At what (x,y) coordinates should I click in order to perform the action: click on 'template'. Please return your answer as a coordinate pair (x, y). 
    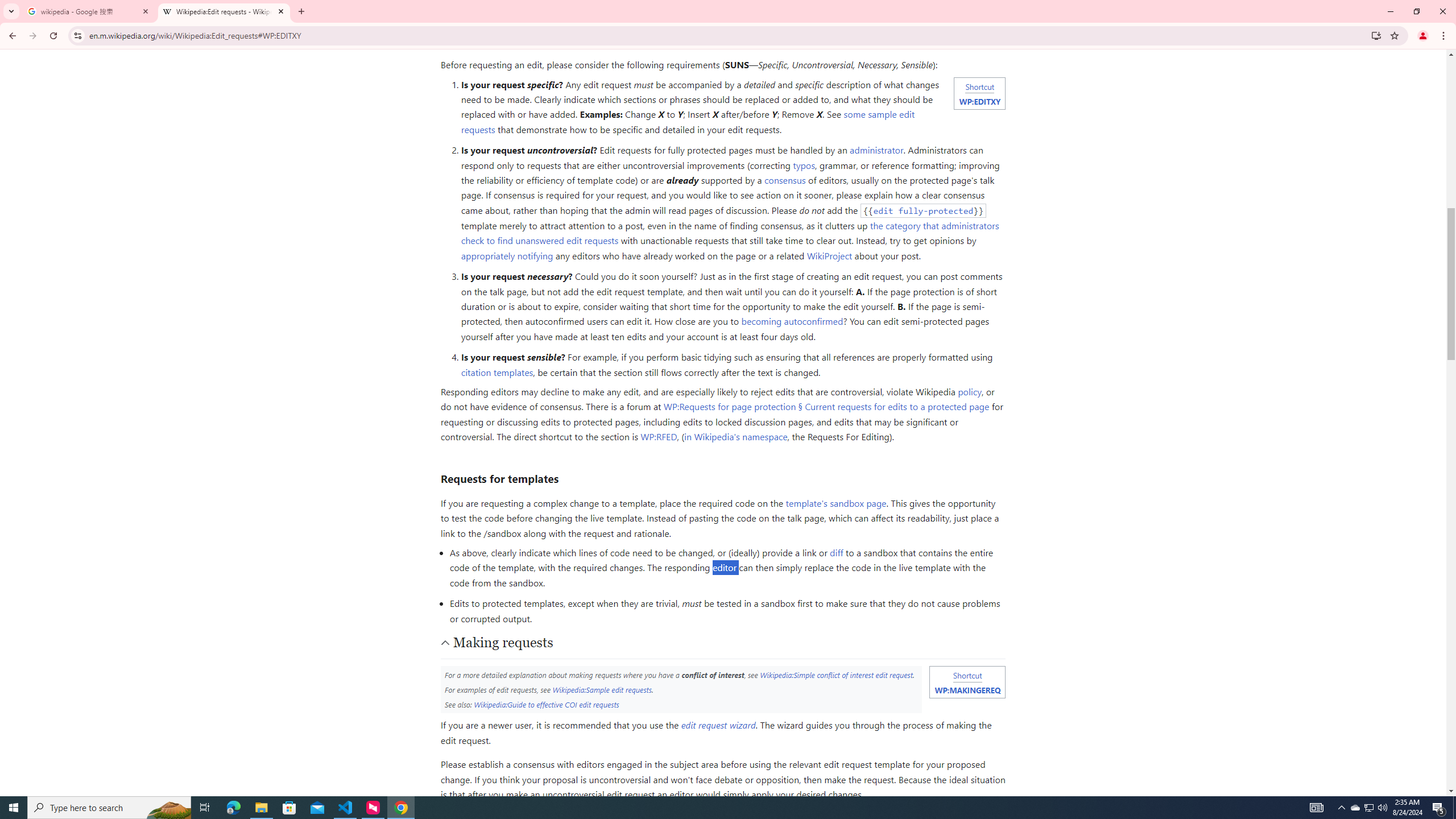
    Looking at the image, I should click on (835, 503).